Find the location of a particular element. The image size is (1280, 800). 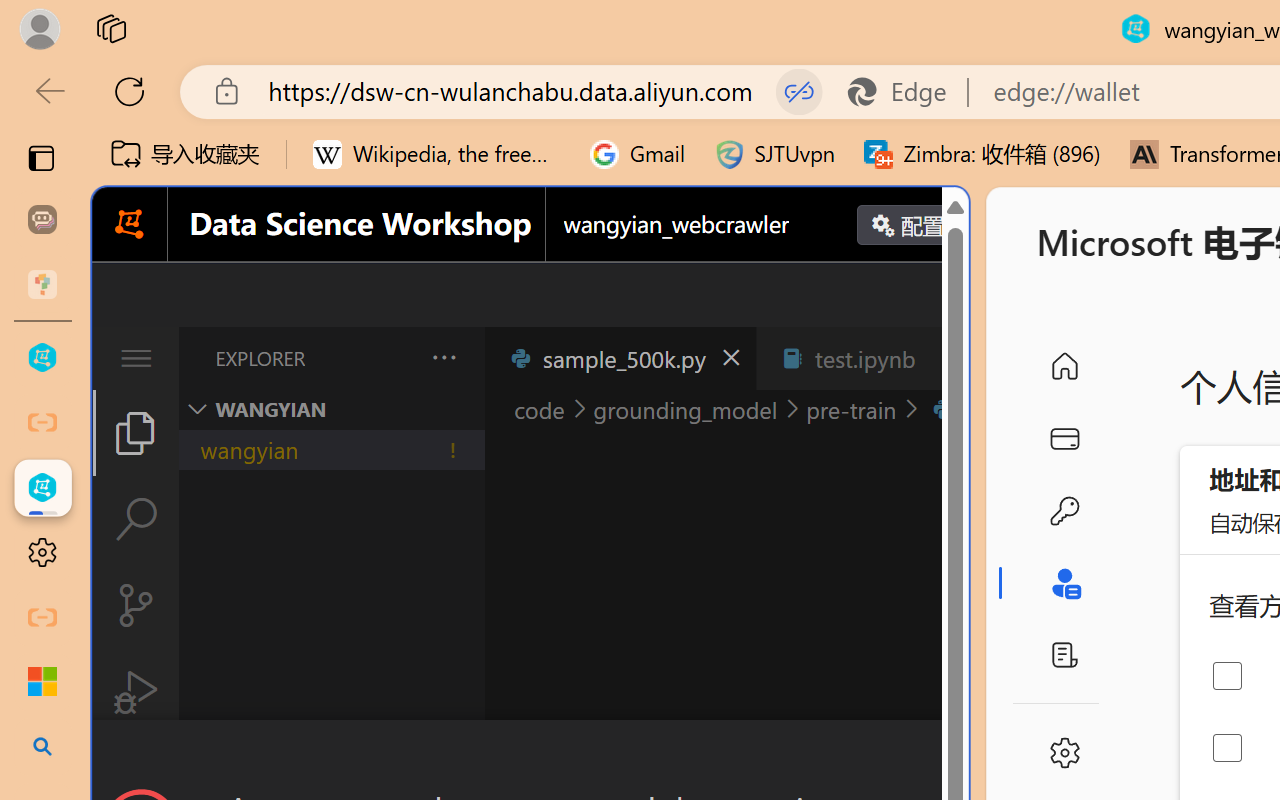

'Close Dialog' is located at coordinates (960, 756).